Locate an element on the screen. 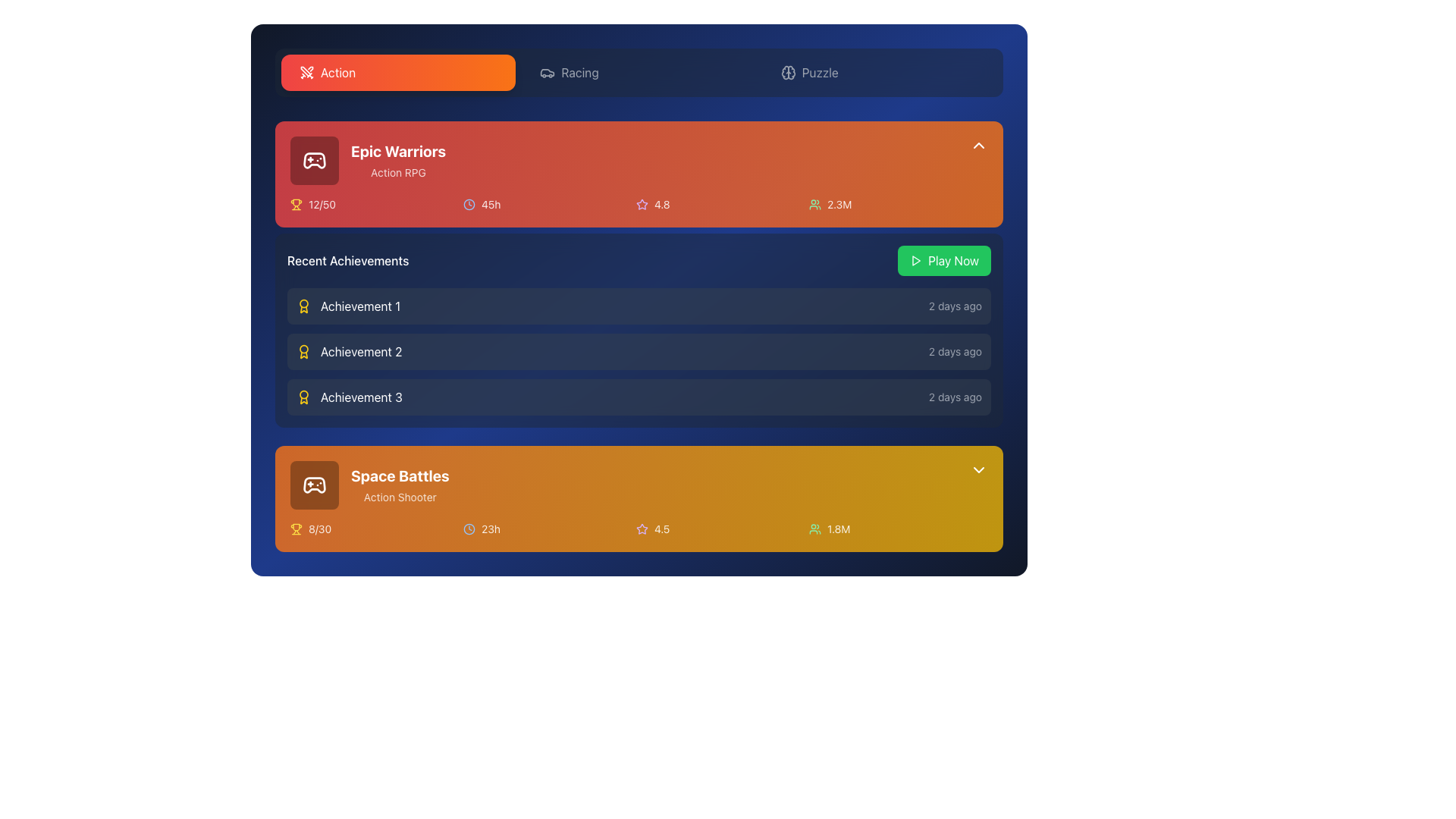 The width and height of the screenshot is (1456, 819). the decorative circle within the SVG award icon located to the left of the '12/50' text under the 'Epic Warriors' section is located at coordinates (303, 348).